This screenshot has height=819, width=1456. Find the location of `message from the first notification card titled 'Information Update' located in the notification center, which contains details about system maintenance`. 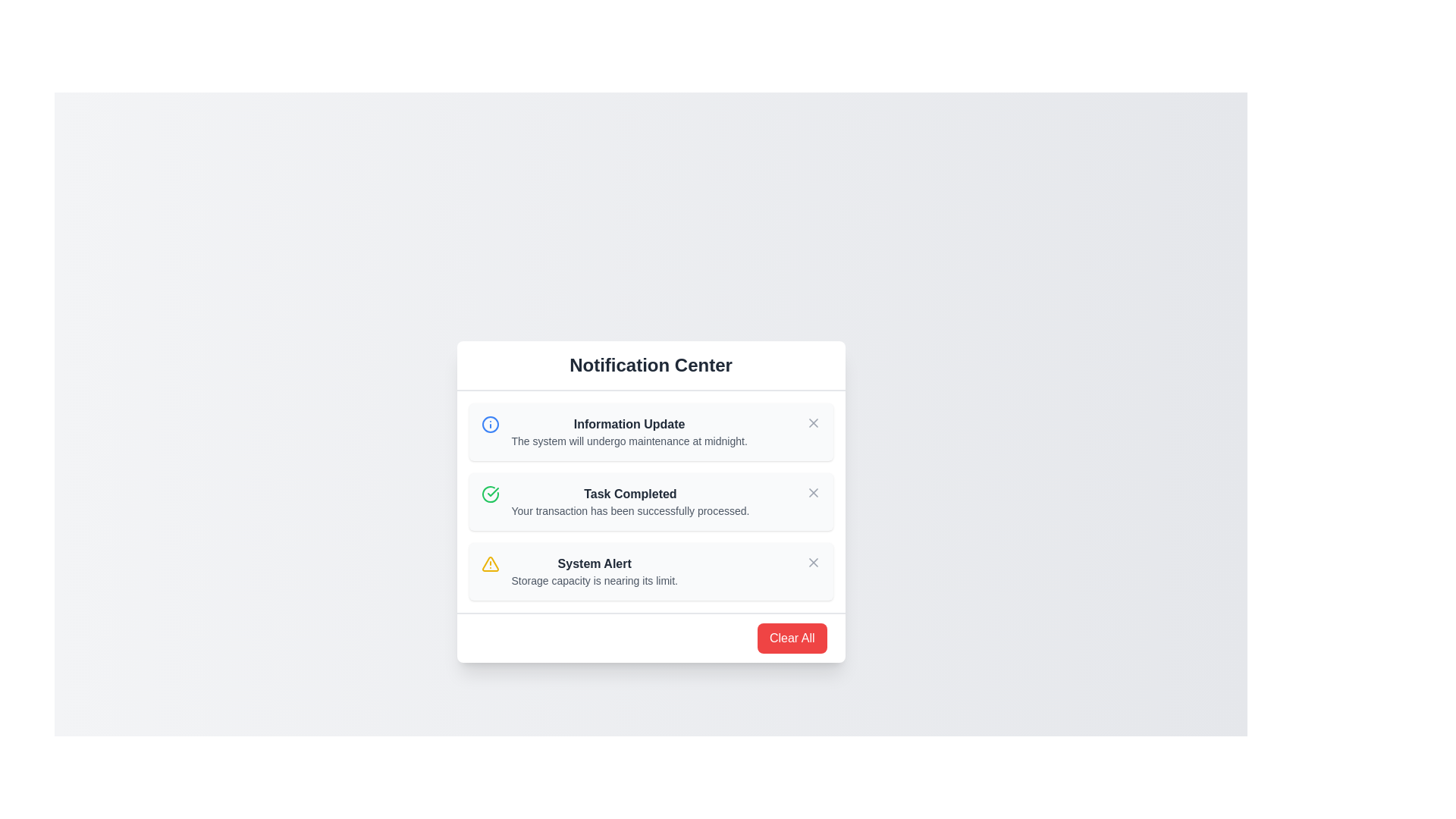

message from the first notification card titled 'Information Update' located in the notification center, which contains details about system maintenance is located at coordinates (651, 432).